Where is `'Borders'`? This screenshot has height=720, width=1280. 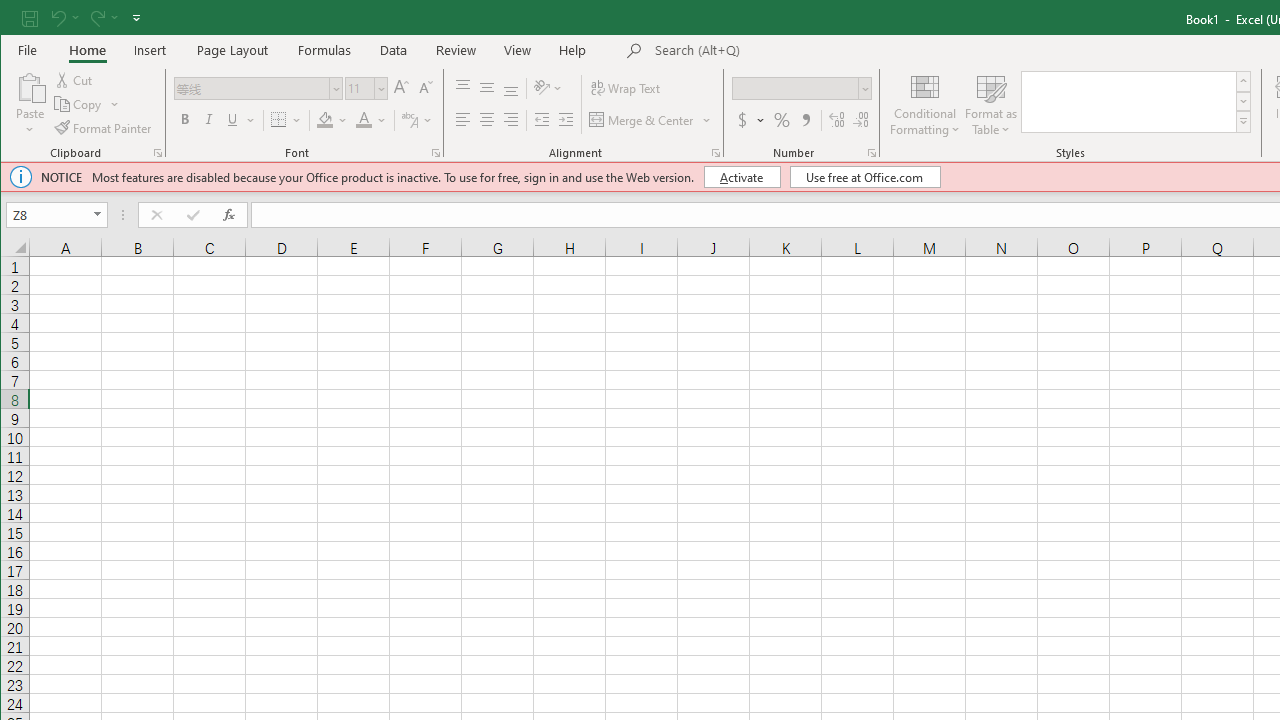
'Borders' is located at coordinates (285, 120).